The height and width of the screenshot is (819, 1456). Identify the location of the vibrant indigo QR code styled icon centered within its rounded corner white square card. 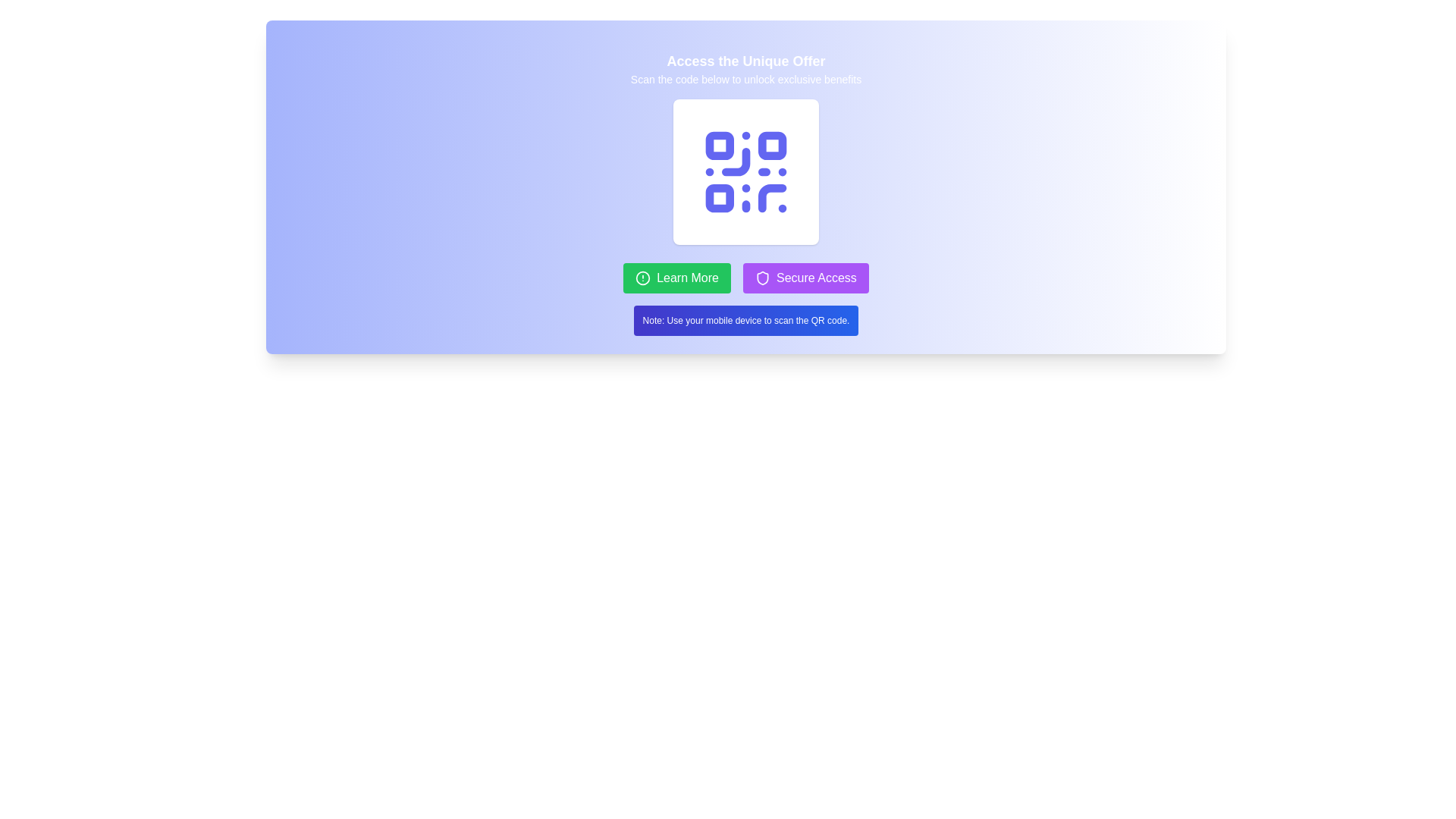
(745, 171).